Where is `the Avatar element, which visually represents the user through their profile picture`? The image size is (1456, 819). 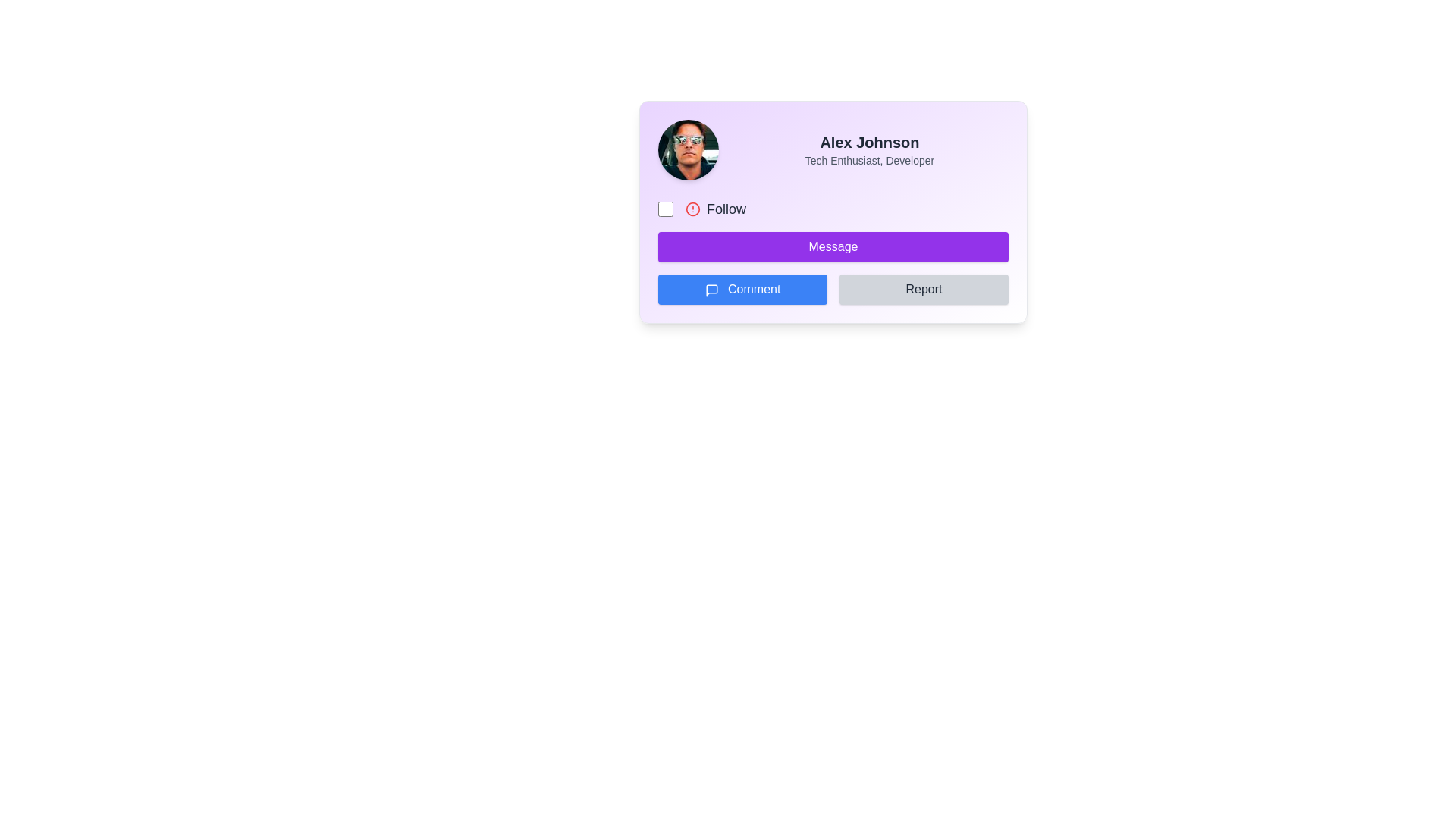
the Avatar element, which visually represents the user through their profile picture is located at coordinates (687, 149).